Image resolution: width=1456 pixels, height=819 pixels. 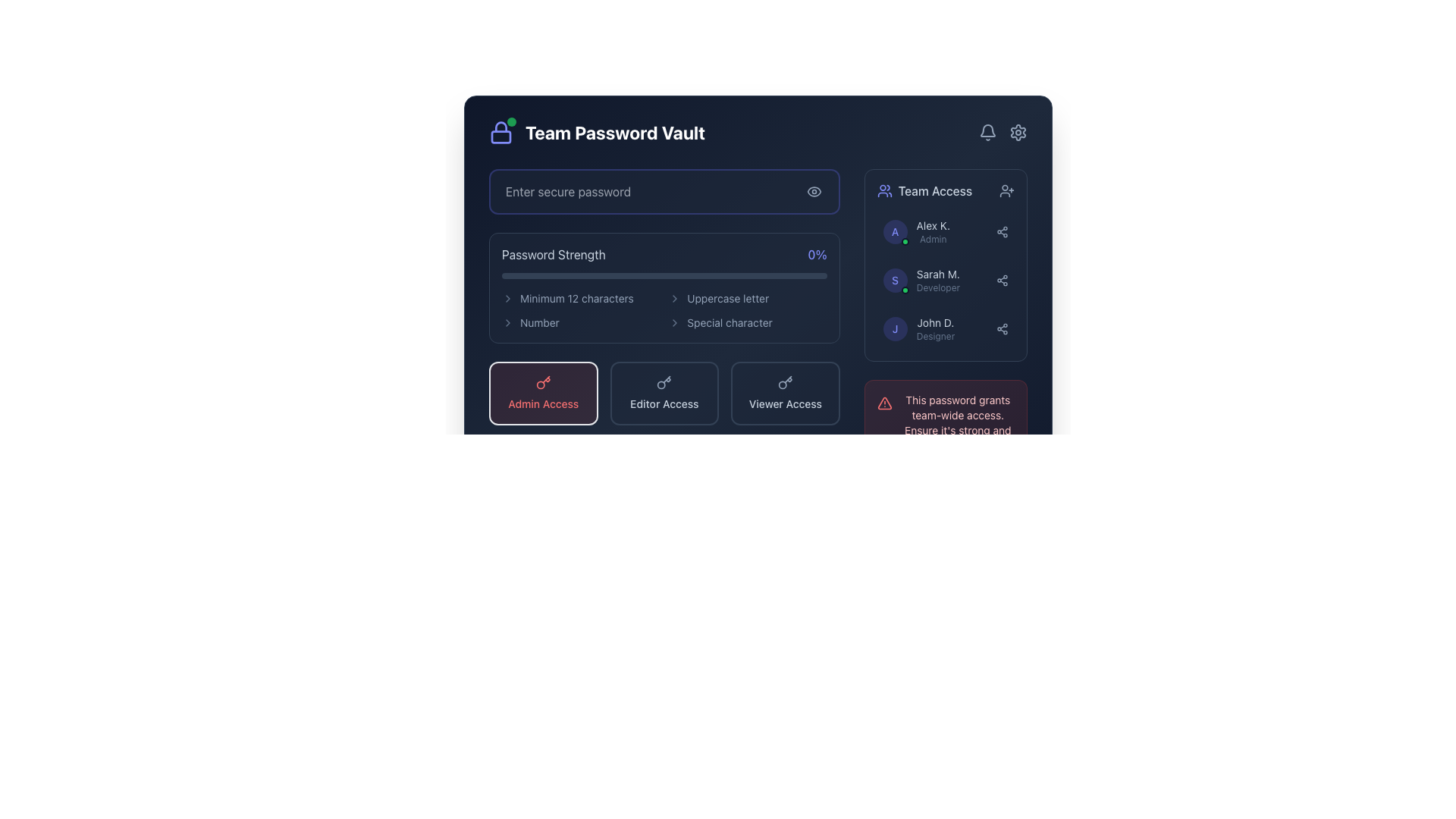 What do you see at coordinates (813, 191) in the screenshot?
I see `the eye icon button, which serves as a visibility toggle for the password input field` at bounding box center [813, 191].